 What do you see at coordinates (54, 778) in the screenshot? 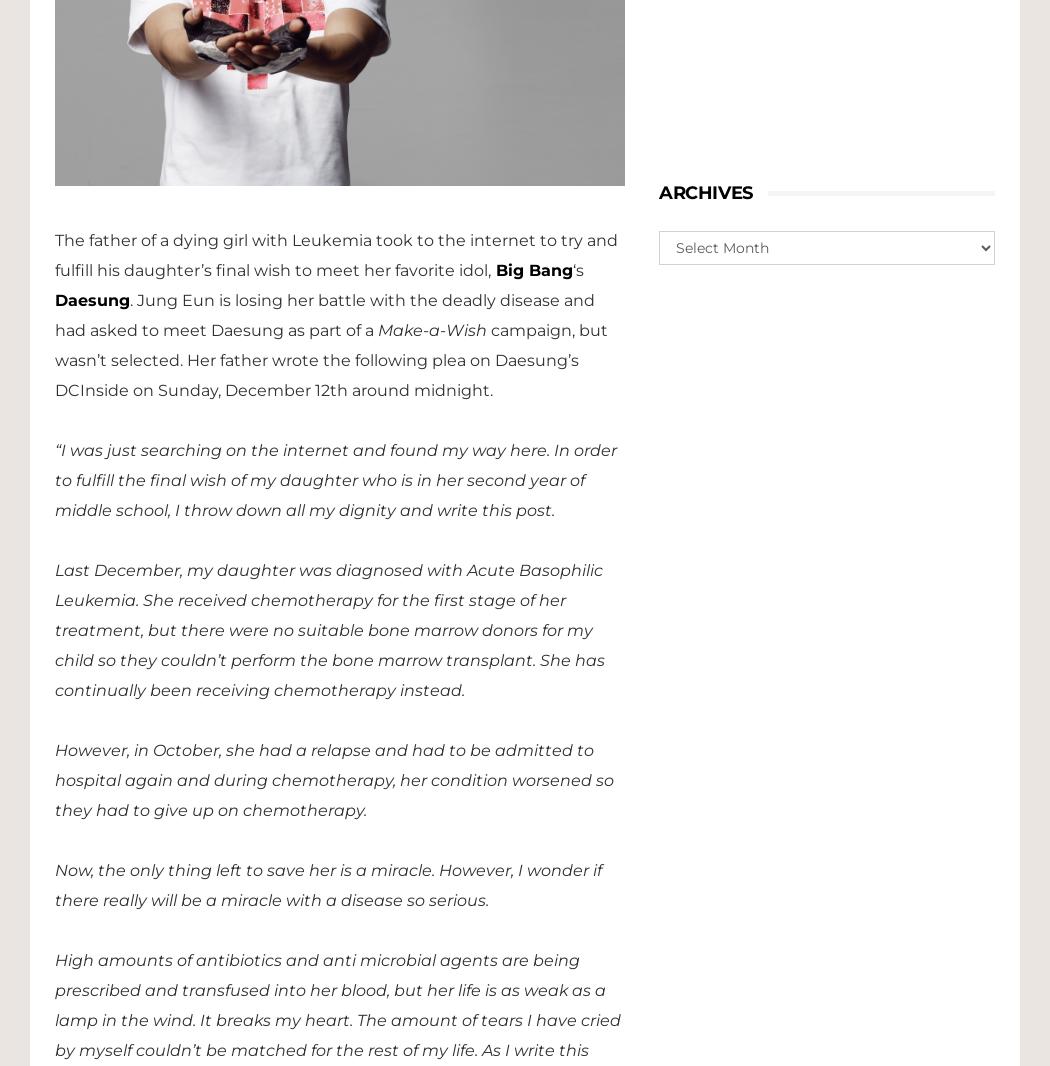
I see `'However, in October, she had a relapse and had to be admitted to hospital again and during chemotherapy, her condition worsened so they had to give up on chemotherapy.'` at bounding box center [54, 778].